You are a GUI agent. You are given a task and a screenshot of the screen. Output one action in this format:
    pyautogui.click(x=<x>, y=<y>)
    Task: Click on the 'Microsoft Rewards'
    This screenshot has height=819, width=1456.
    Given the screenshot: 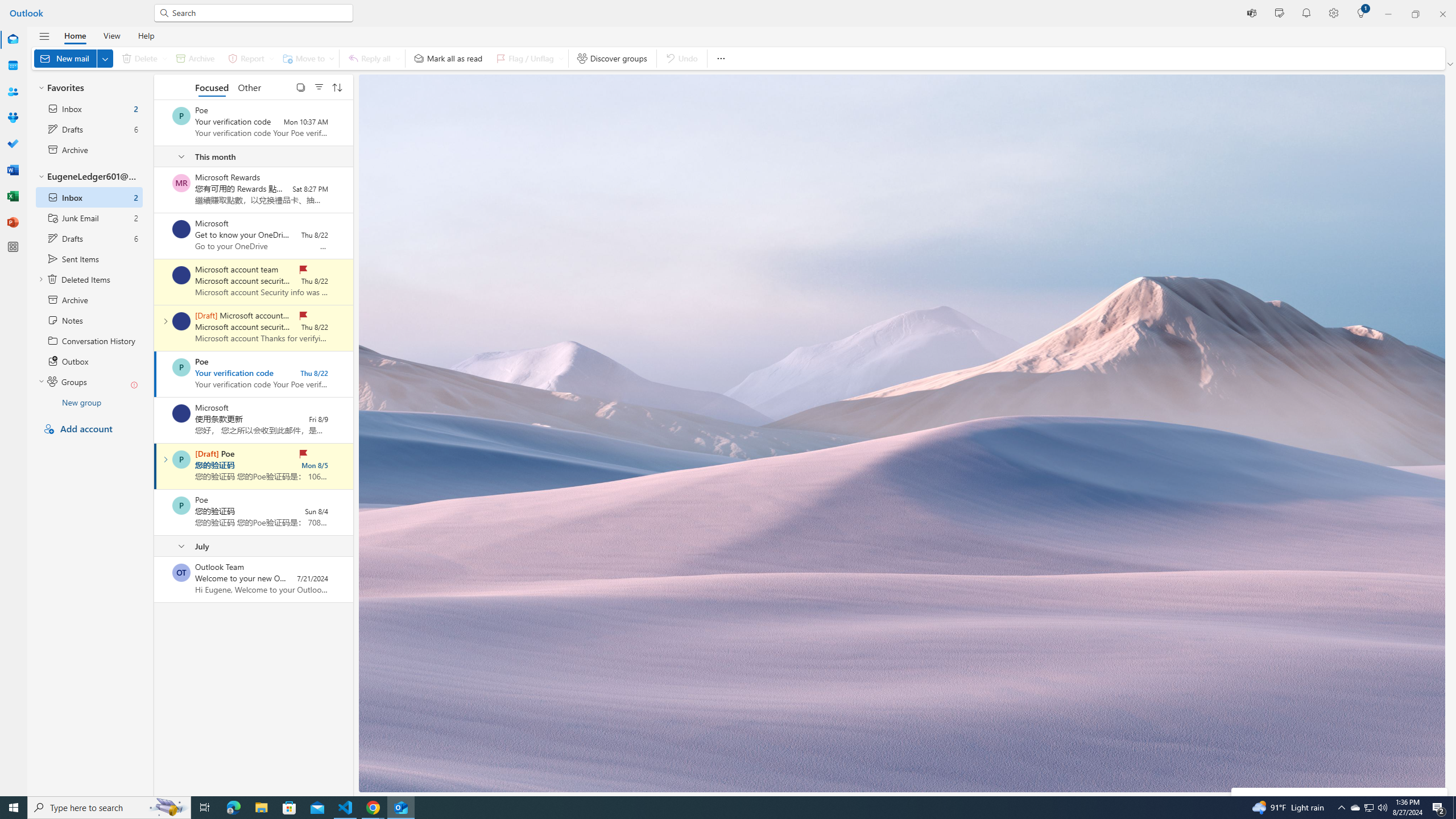 What is the action you would take?
    pyautogui.click(x=180, y=183)
    